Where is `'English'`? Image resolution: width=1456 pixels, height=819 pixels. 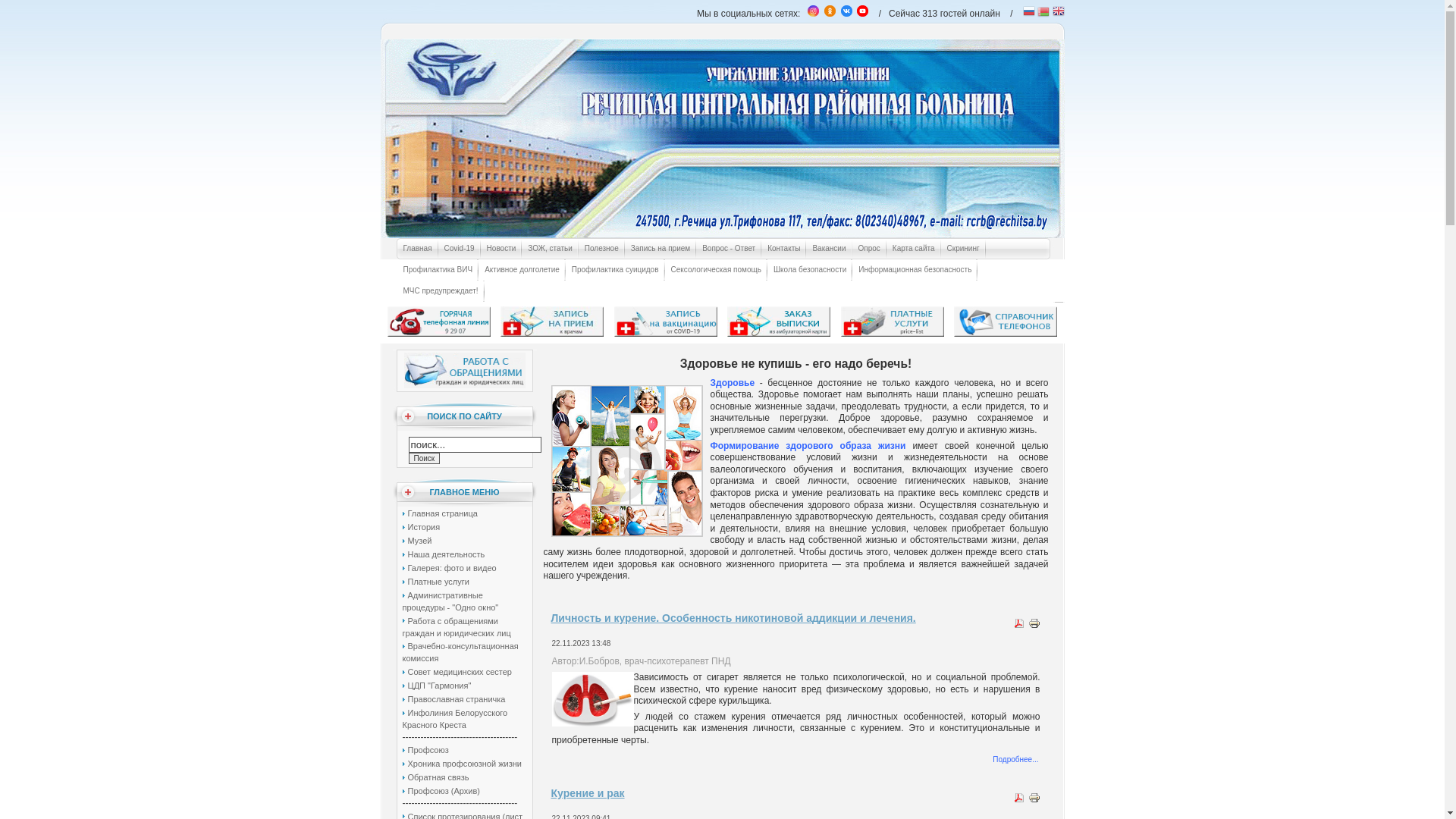
'English' is located at coordinates (1058, 12).